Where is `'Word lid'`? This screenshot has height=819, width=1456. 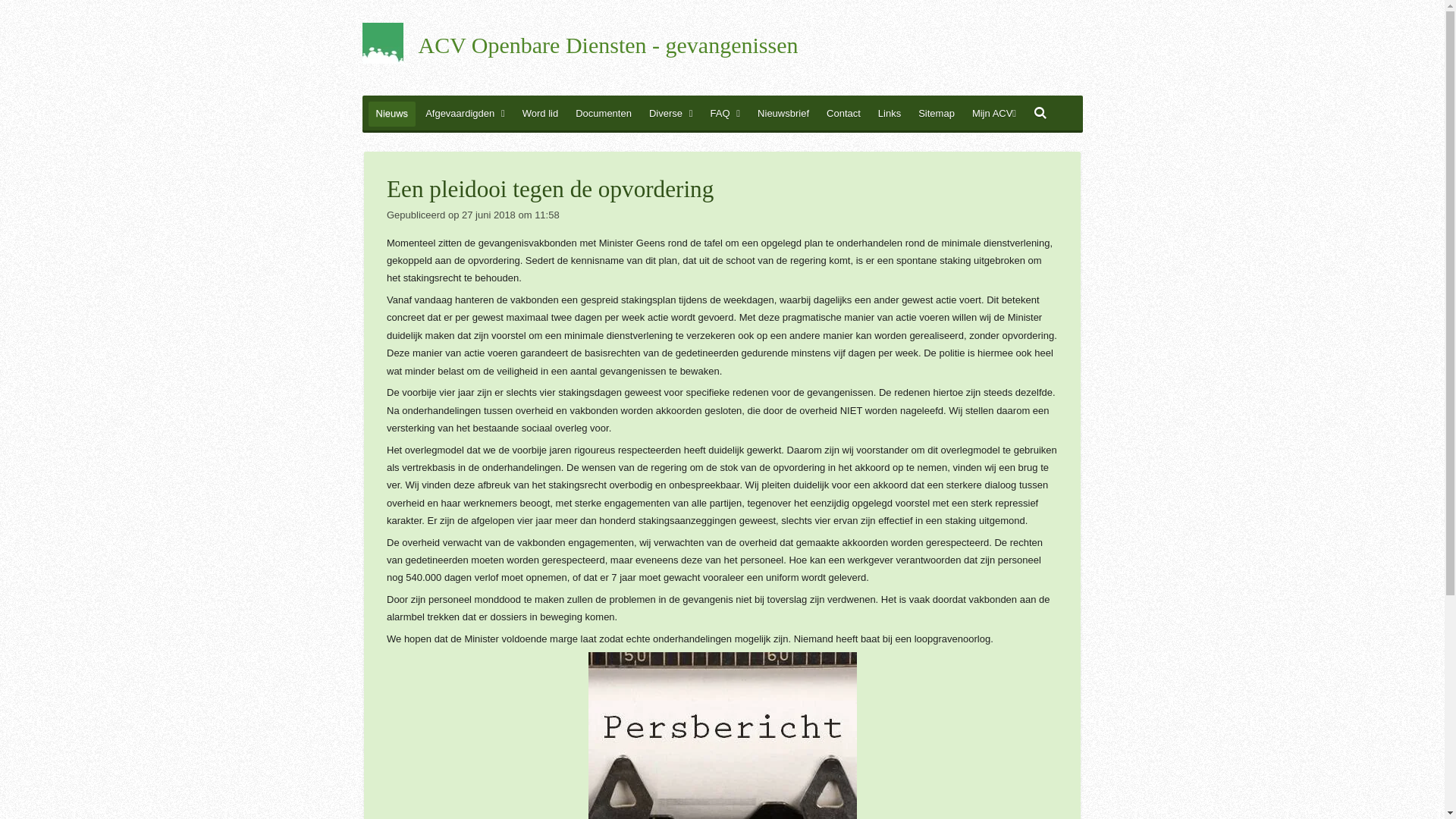
'Word lid' is located at coordinates (540, 113).